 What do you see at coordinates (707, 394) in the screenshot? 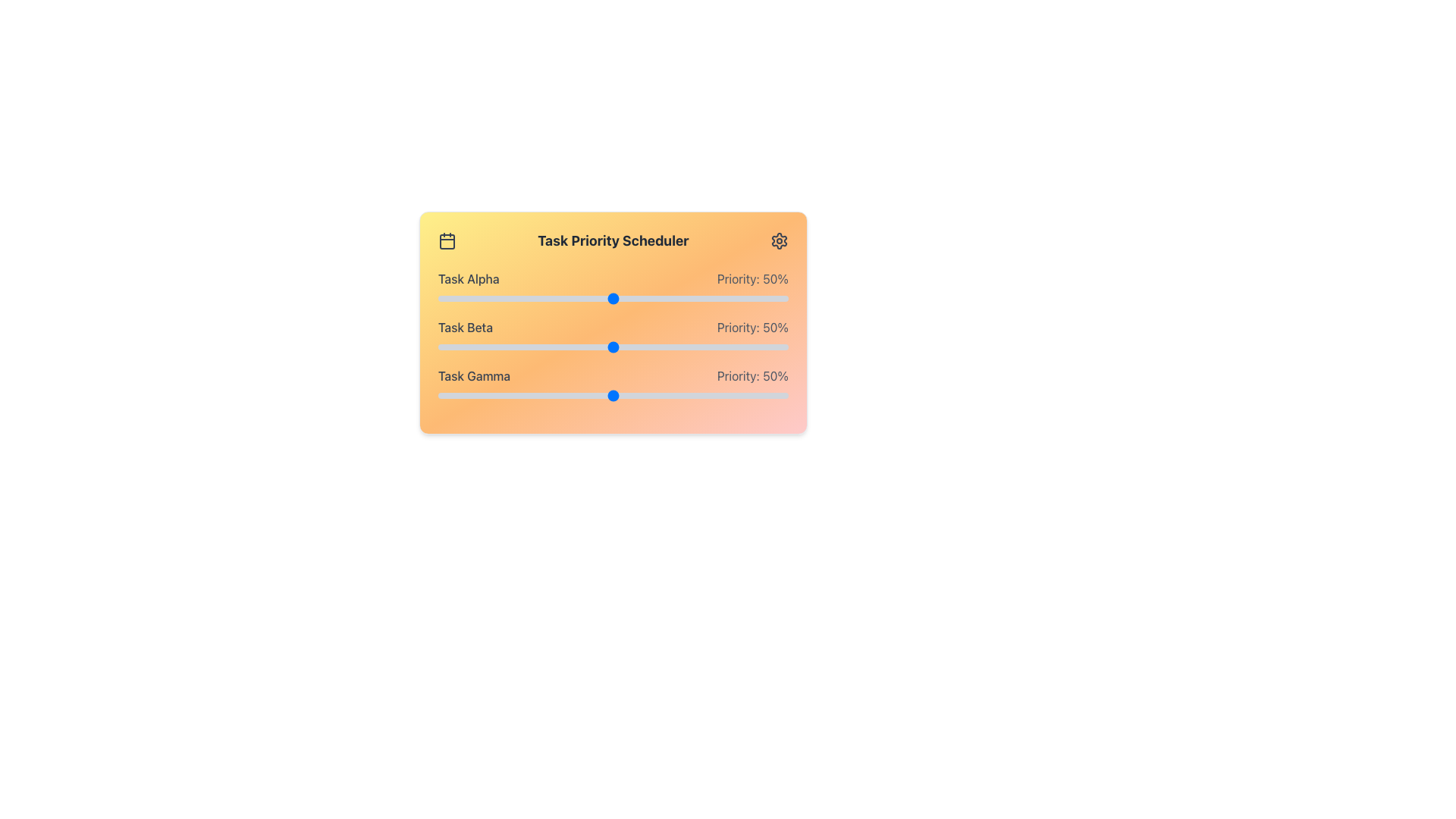
I see `task priority` at bounding box center [707, 394].